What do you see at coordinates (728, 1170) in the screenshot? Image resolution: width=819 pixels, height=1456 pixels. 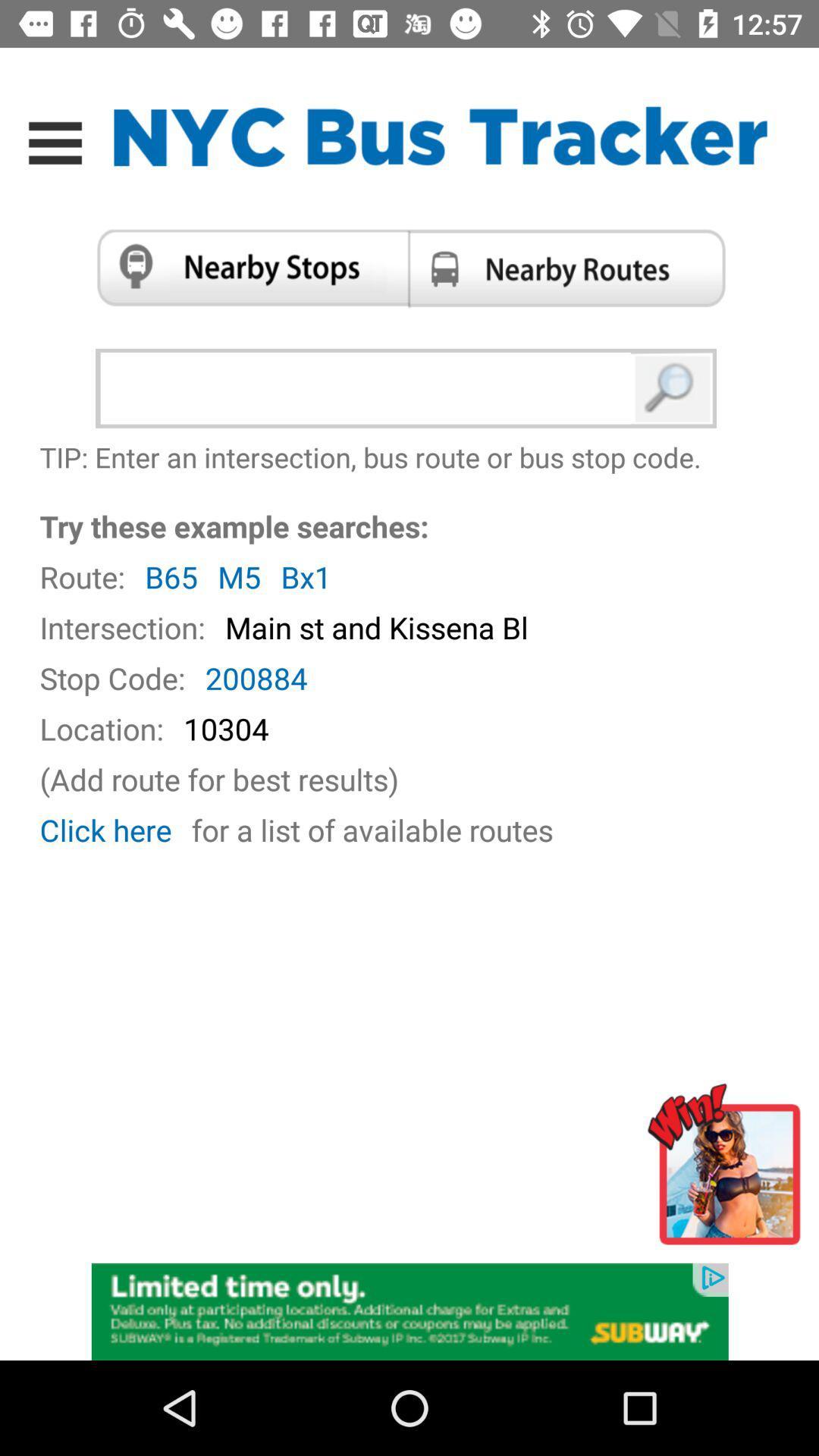 I see `another site` at bounding box center [728, 1170].